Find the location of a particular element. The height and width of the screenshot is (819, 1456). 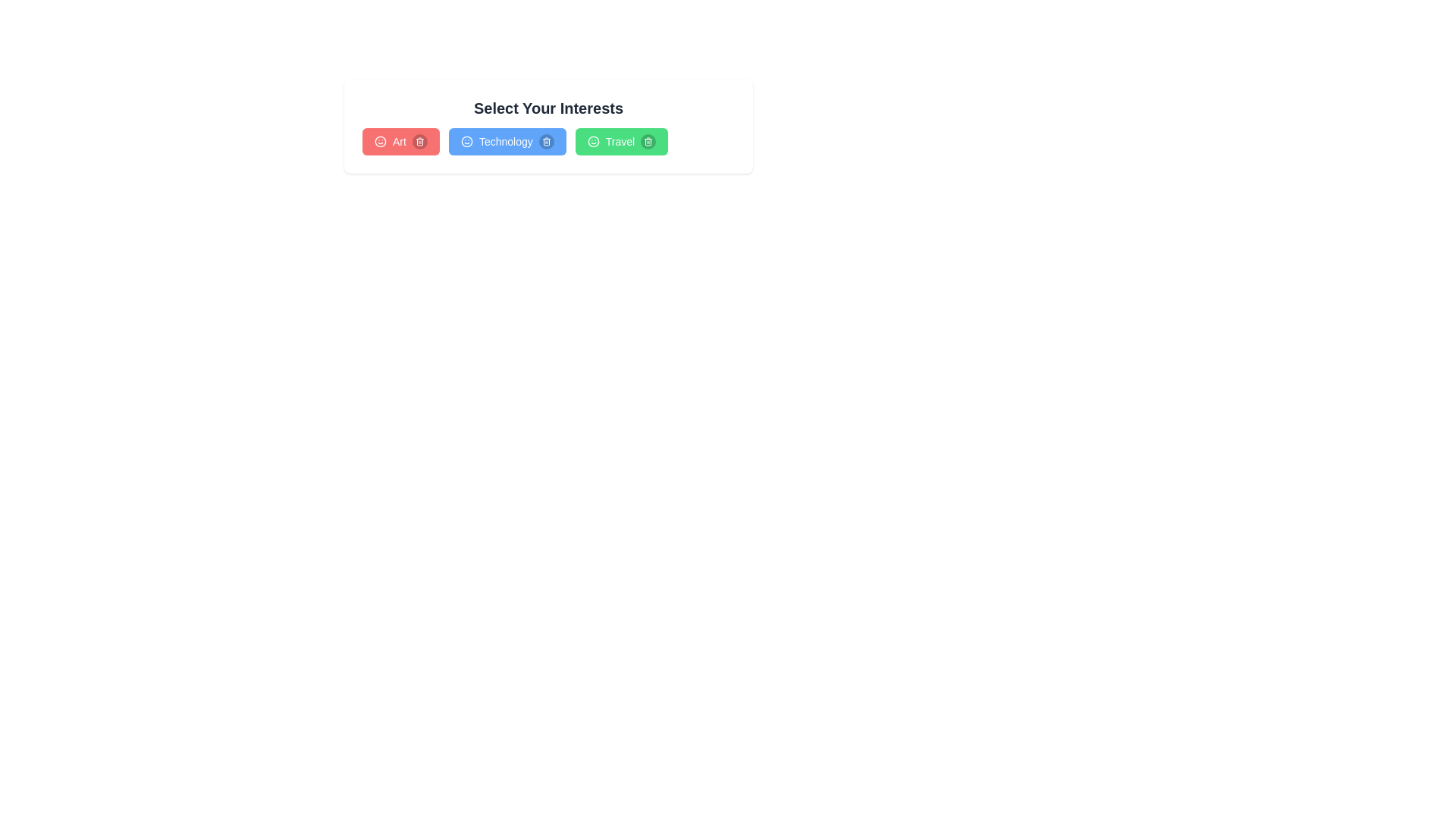

the button corresponding to Art to select it is located at coordinates (400, 141).